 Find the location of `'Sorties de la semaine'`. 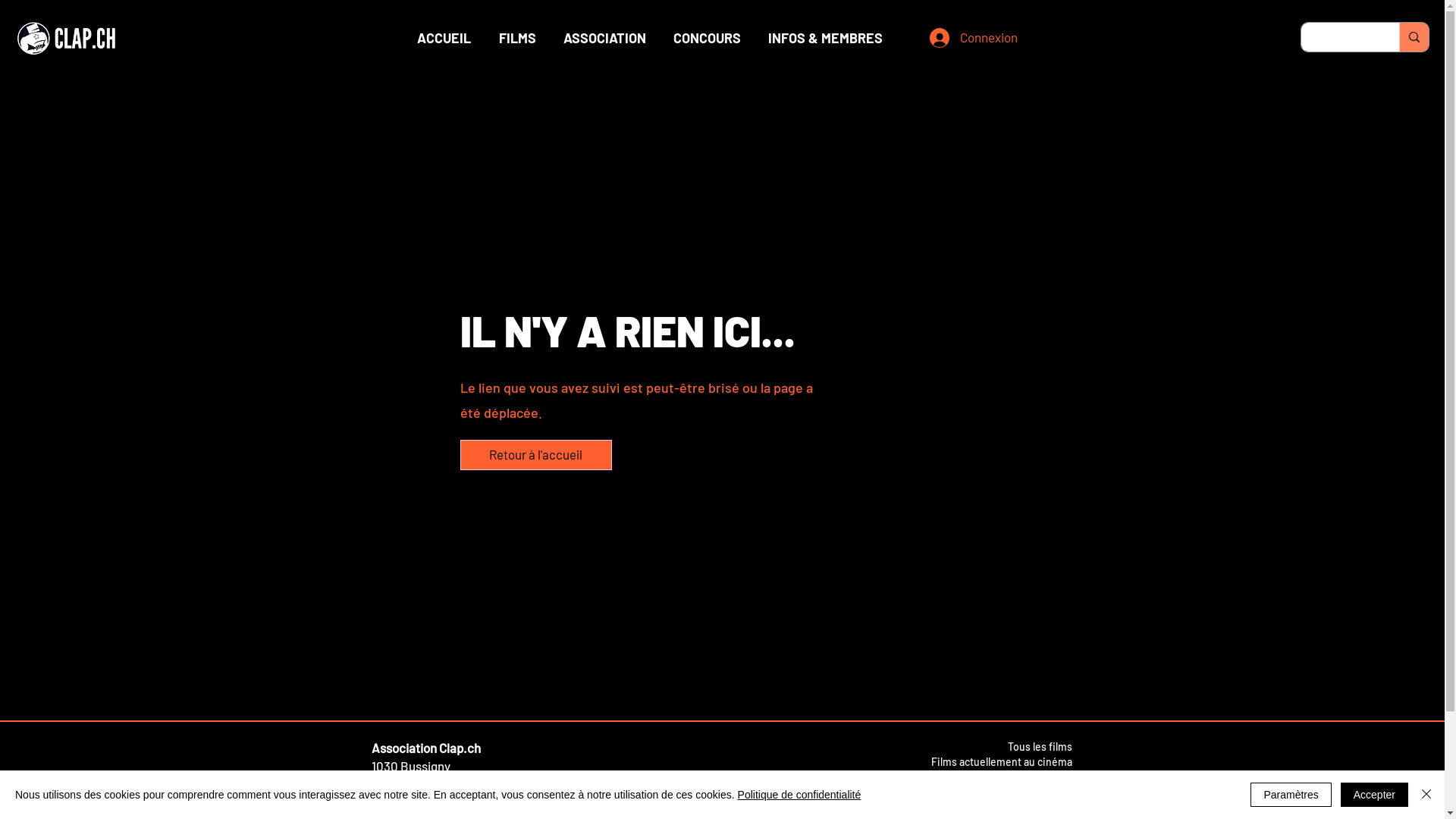

'Sorties de la semaine' is located at coordinates (971, 776).